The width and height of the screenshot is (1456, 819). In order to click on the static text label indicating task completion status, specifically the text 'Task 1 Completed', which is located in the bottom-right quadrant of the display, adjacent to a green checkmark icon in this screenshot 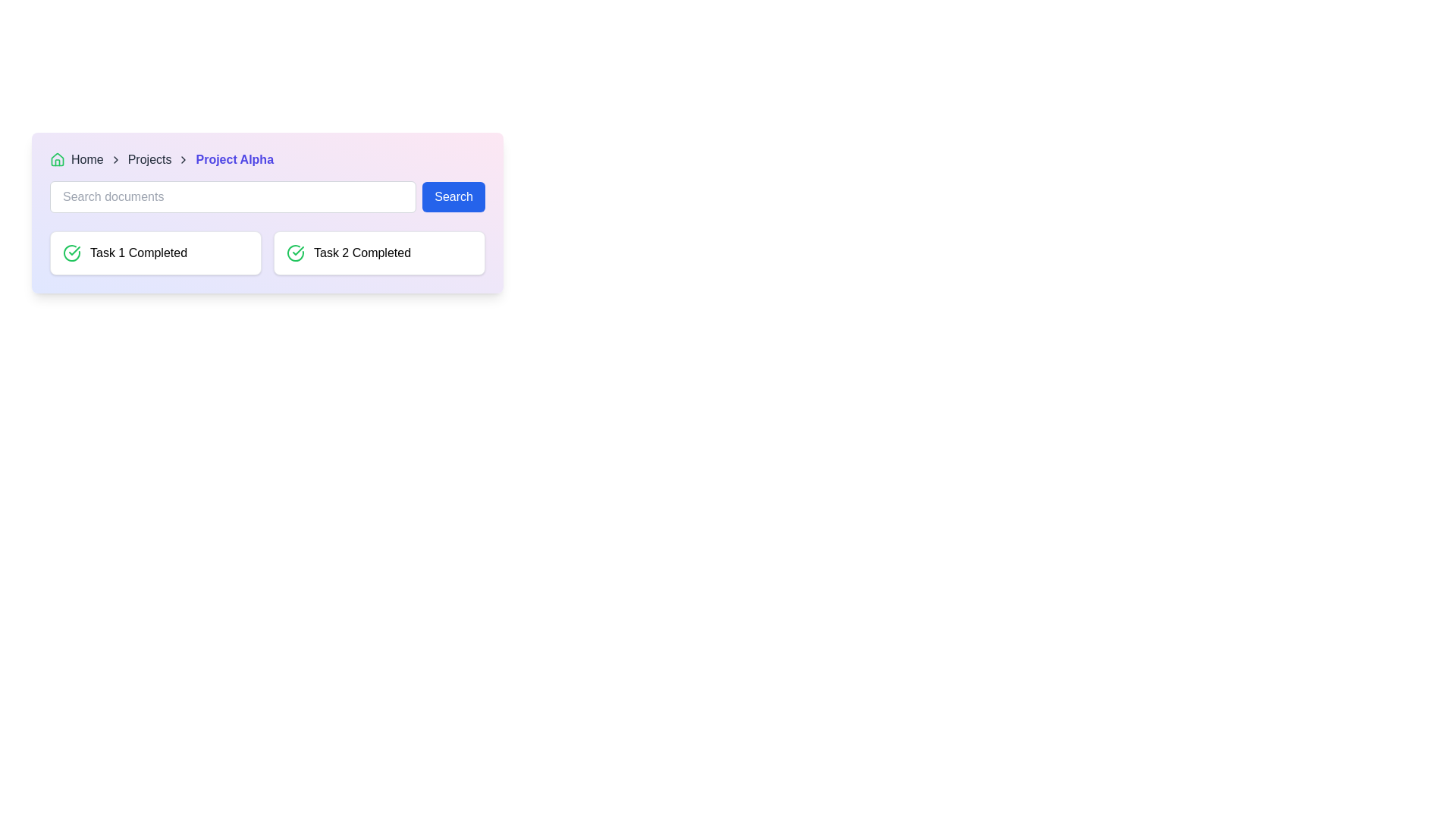, I will do `click(362, 253)`.